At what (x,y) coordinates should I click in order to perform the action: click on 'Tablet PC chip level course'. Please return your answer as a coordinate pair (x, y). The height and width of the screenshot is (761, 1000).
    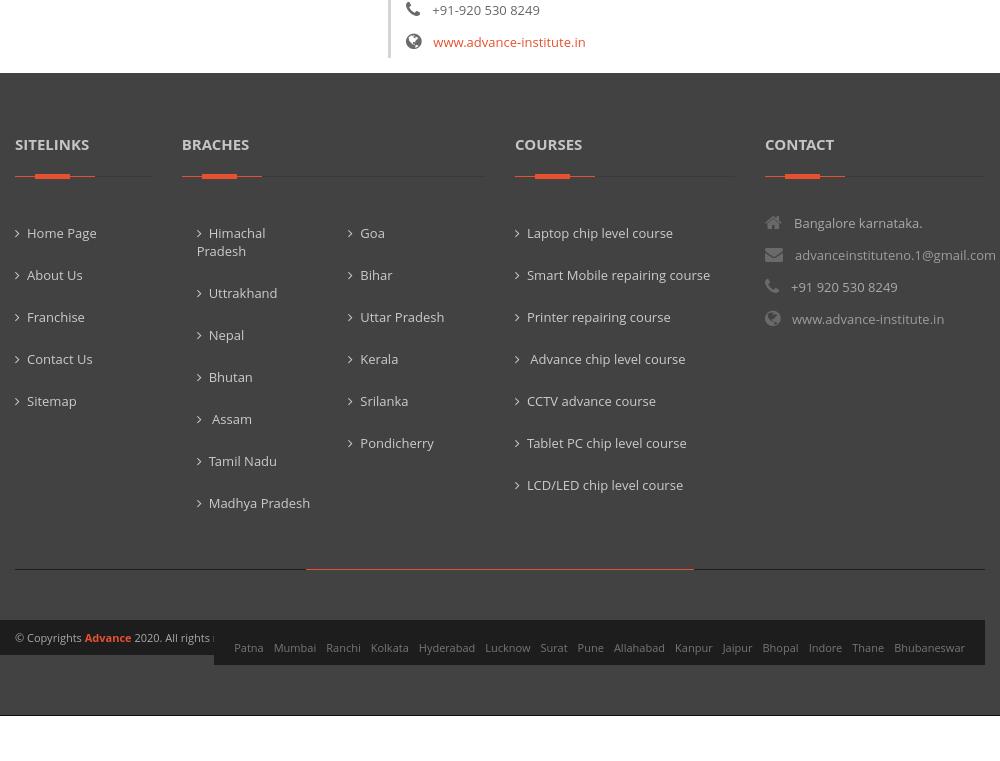
    Looking at the image, I should click on (605, 441).